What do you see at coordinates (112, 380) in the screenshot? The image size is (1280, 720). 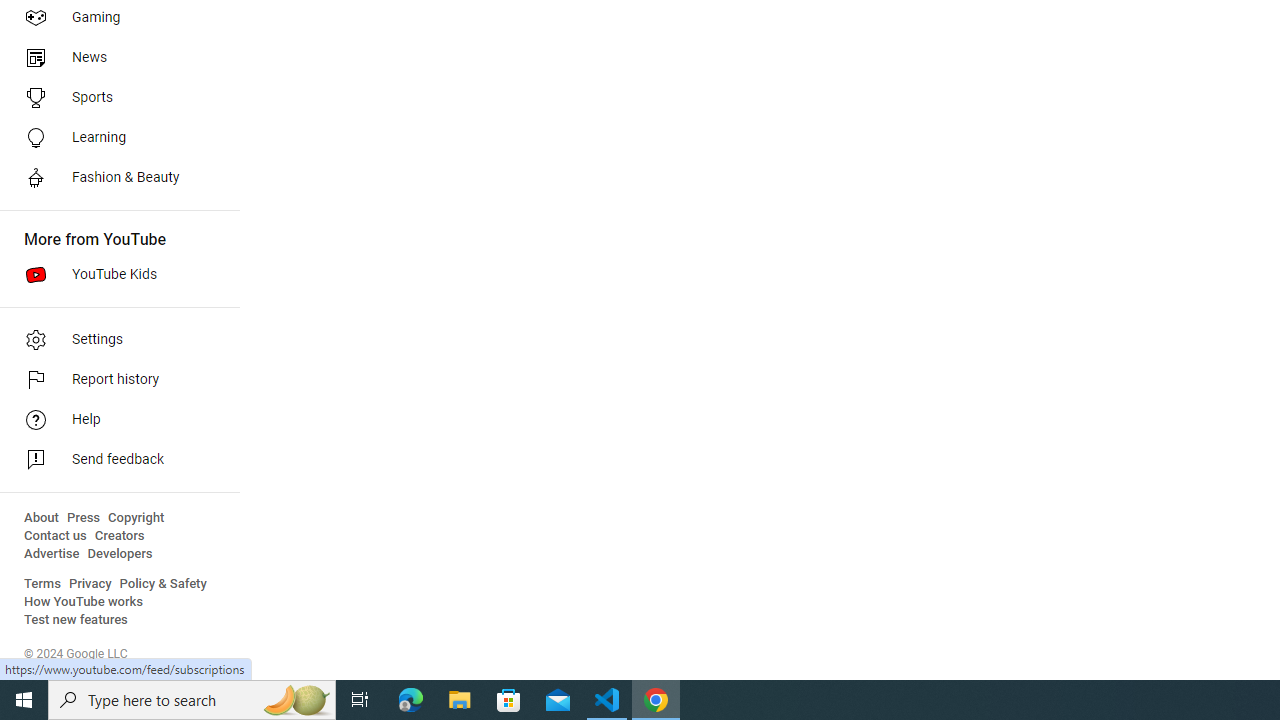 I see `'Report history'` at bounding box center [112, 380].